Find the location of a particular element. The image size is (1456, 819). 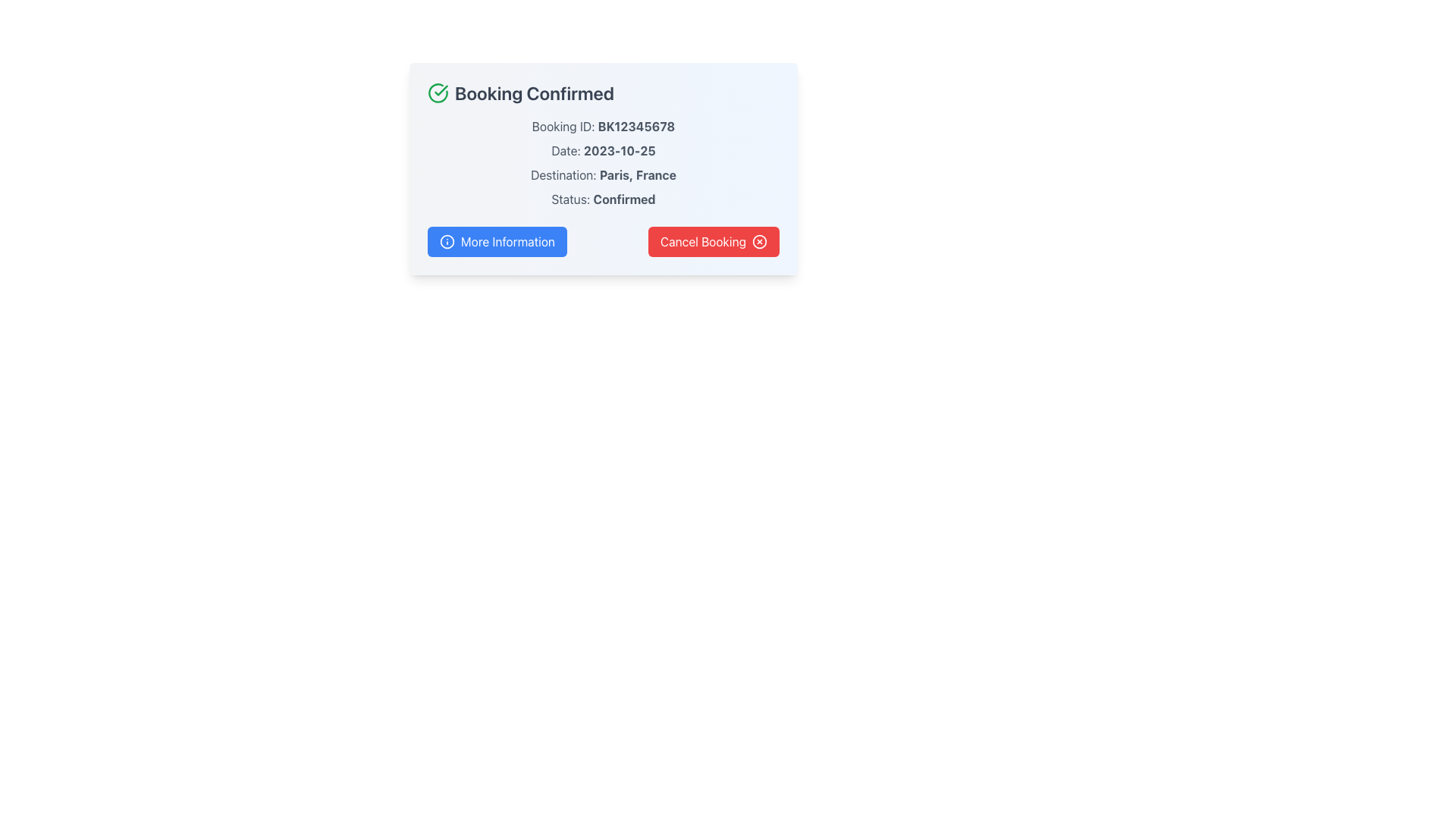

the circular green checkmark icon representing a confirmation status, located to the left of the 'Booking Confirmed' text in the header of the card-style component is located at coordinates (437, 93).